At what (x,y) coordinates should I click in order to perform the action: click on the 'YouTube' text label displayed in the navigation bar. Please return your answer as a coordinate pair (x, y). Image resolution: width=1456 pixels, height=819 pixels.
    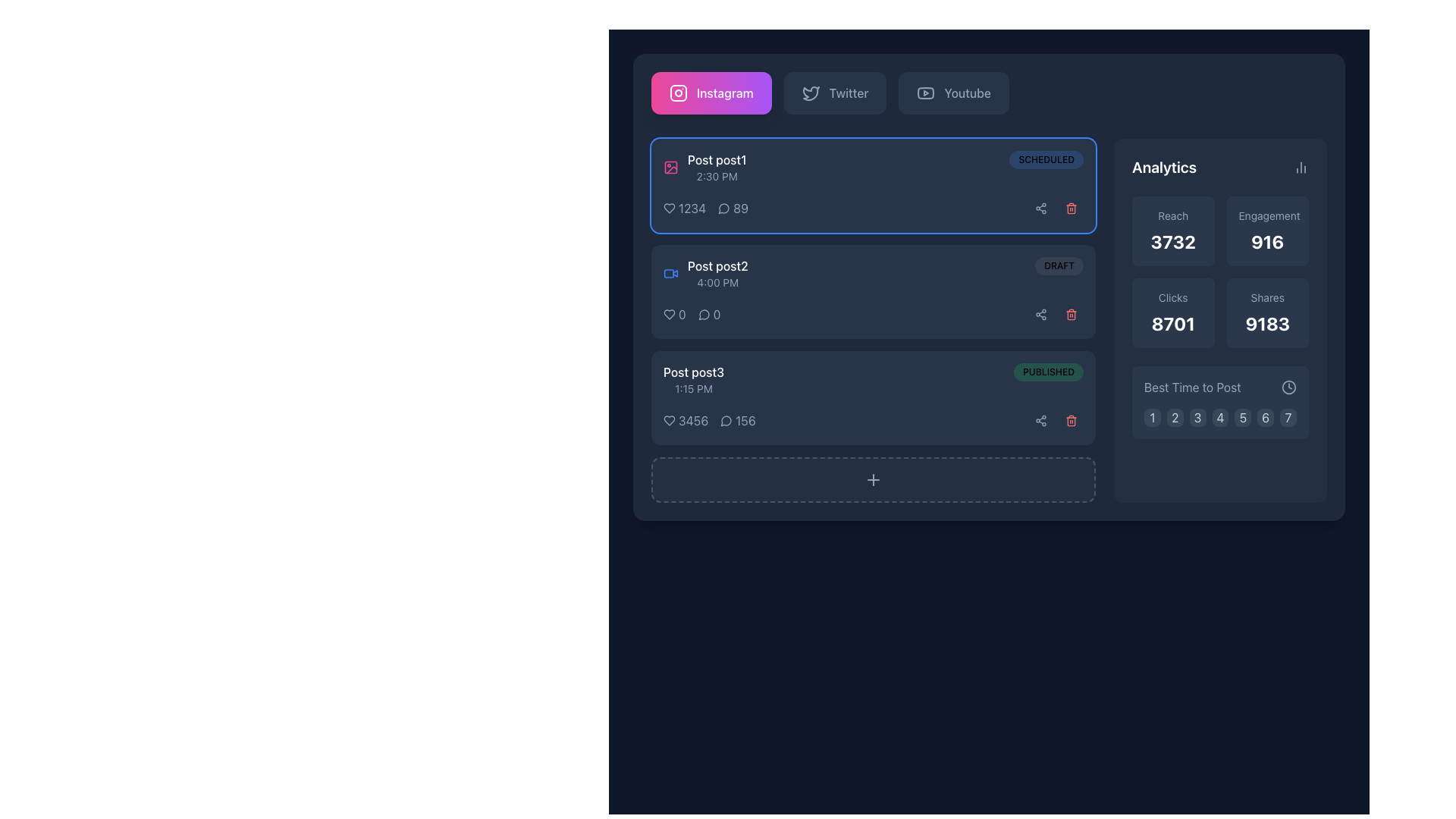
    Looking at the image, I should click on (967, 93).